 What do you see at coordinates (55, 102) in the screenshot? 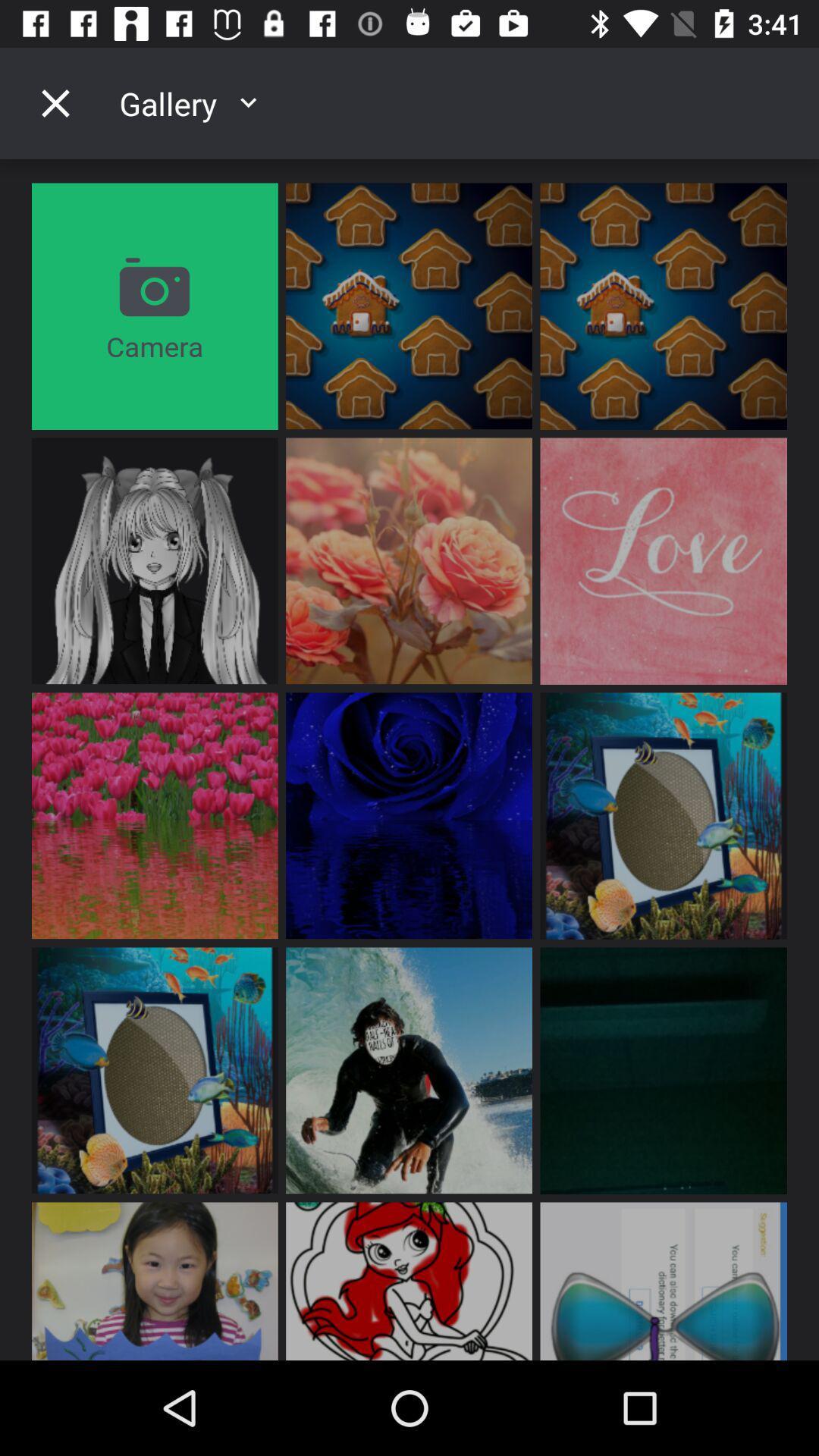
I see `gallery` at bounding box center [55, 102].